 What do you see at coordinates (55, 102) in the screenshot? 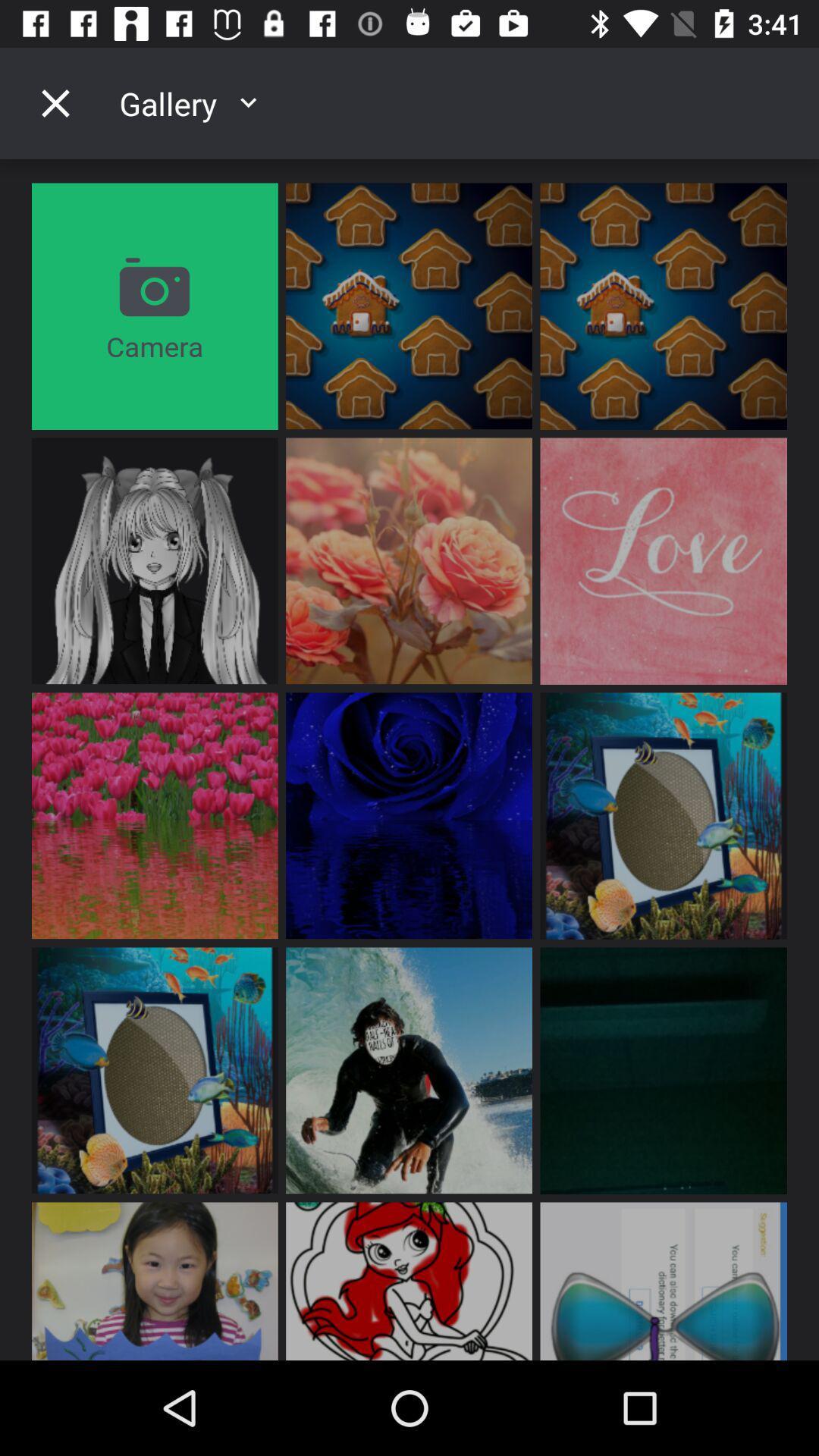
I see `gallery` at bounding box center [55, 102].